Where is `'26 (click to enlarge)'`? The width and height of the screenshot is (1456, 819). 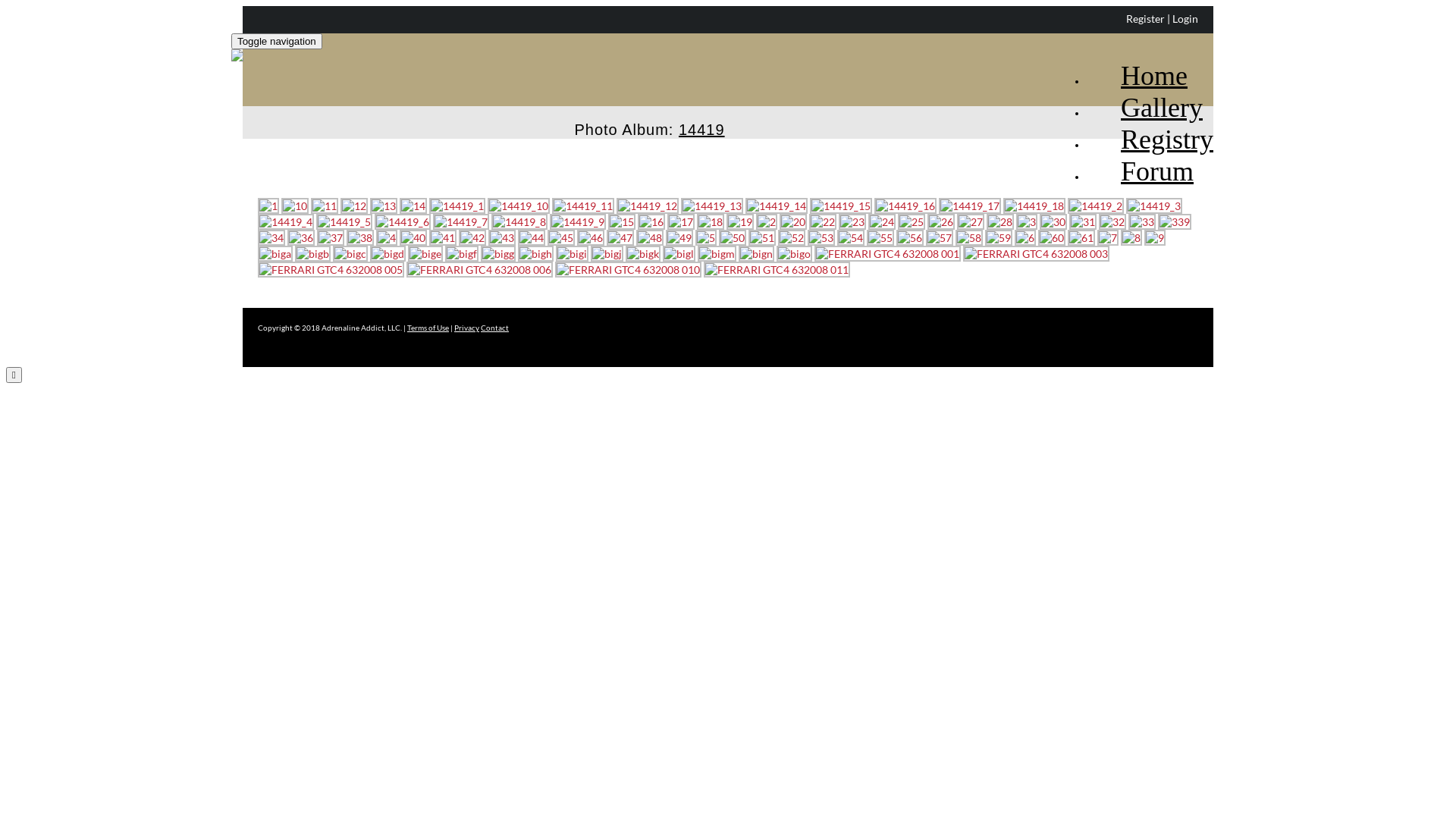
'26 (click to enlarge)' is located at coordinates (940, 221).